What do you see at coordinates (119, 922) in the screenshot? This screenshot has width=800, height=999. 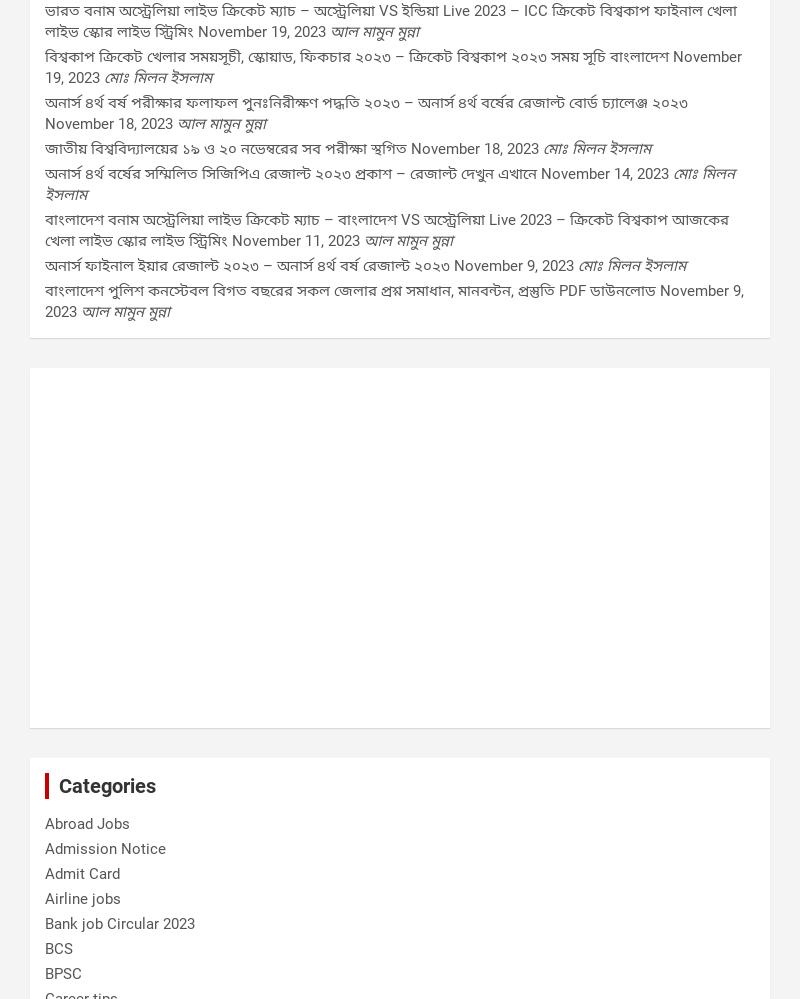 I see `'Bank job Circular 2023'` at bounding box center [119, 922].